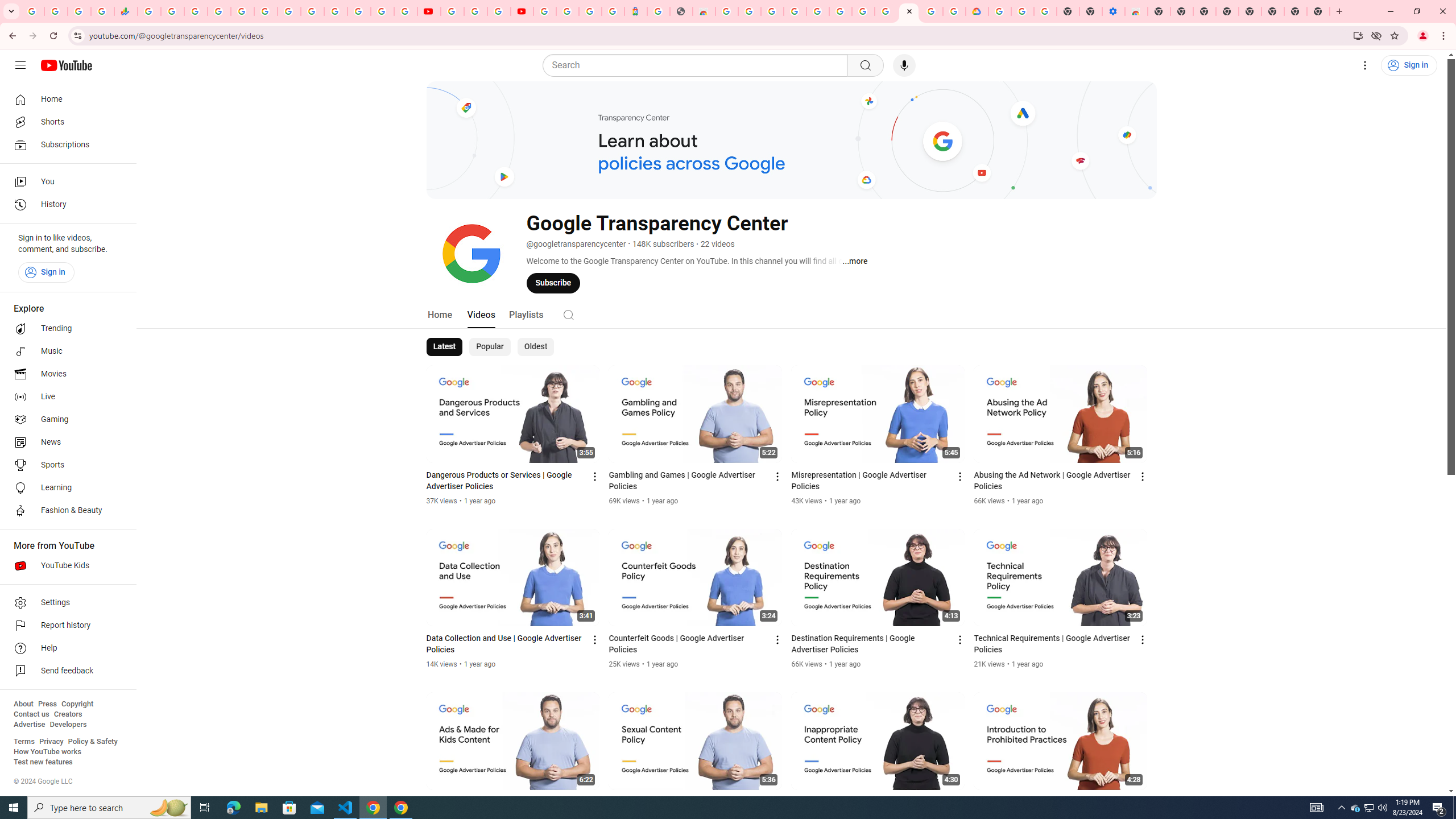 The width and height of the screenshot is (1456, 819). I want to click on 'History', so click(64, 205).